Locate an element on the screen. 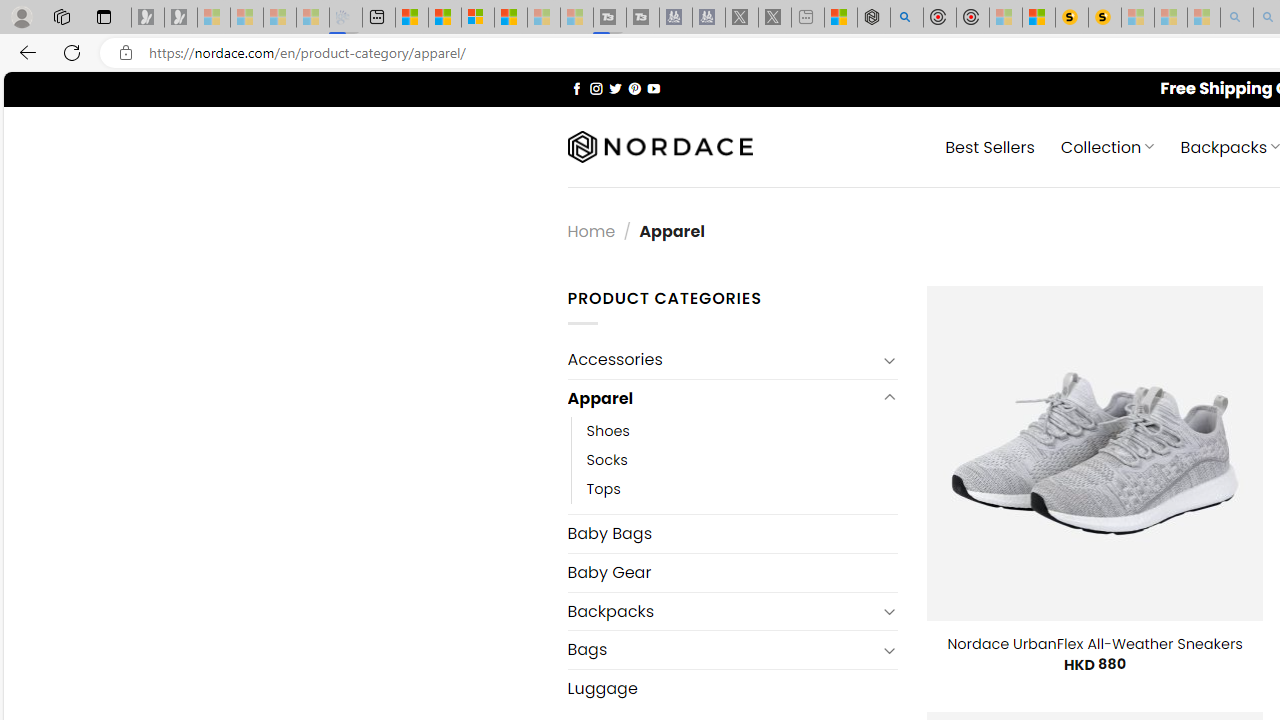 The image size is (1280, 720). 'Accessories' is located at coordinates (720, 360).